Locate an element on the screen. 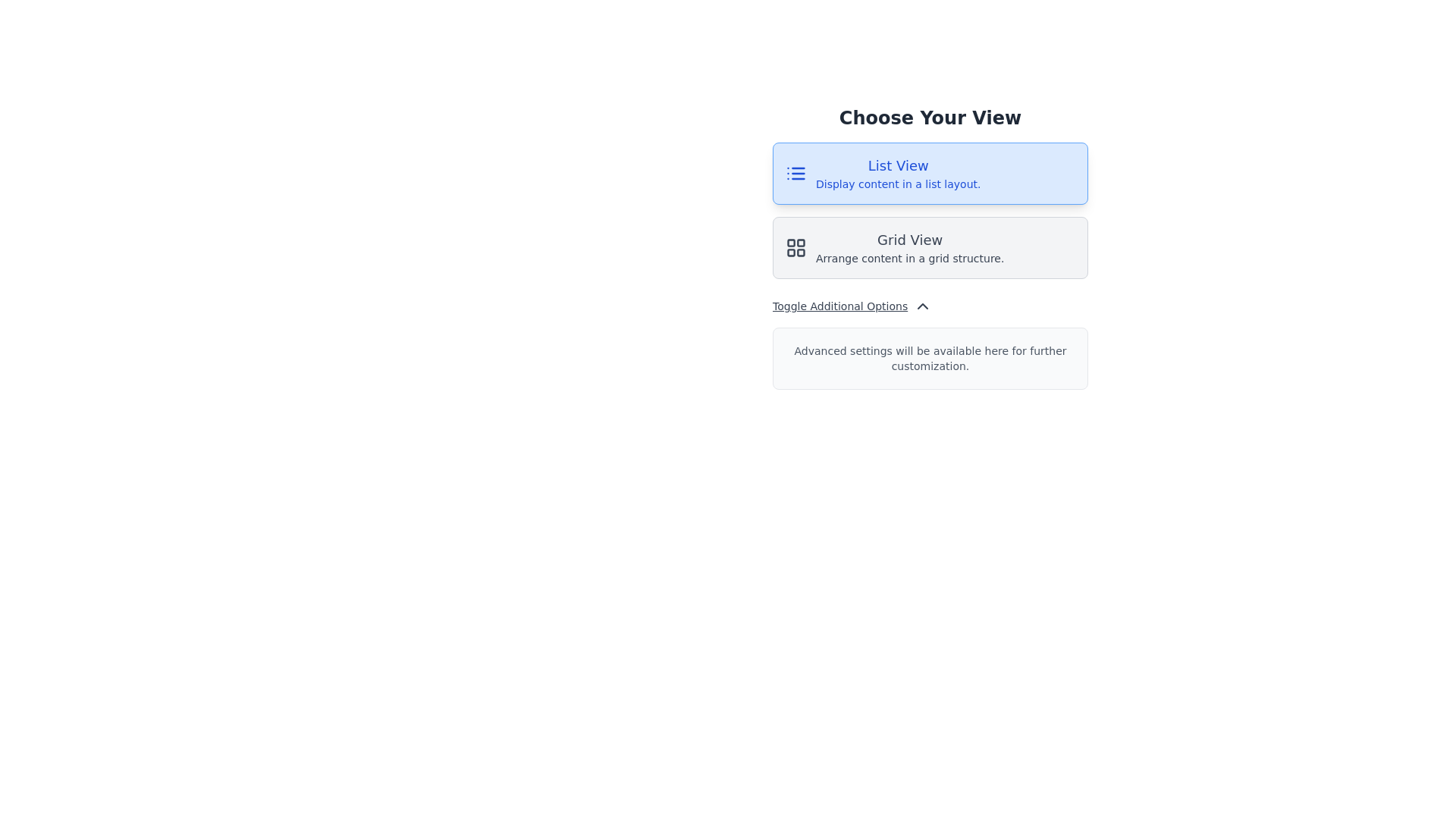 This screenshot has width=1456, height=819. the 'List View' icon, which indicates the list view option for displaying content, located to the left of the 'List View' text label is located at coordinates (795, 172).